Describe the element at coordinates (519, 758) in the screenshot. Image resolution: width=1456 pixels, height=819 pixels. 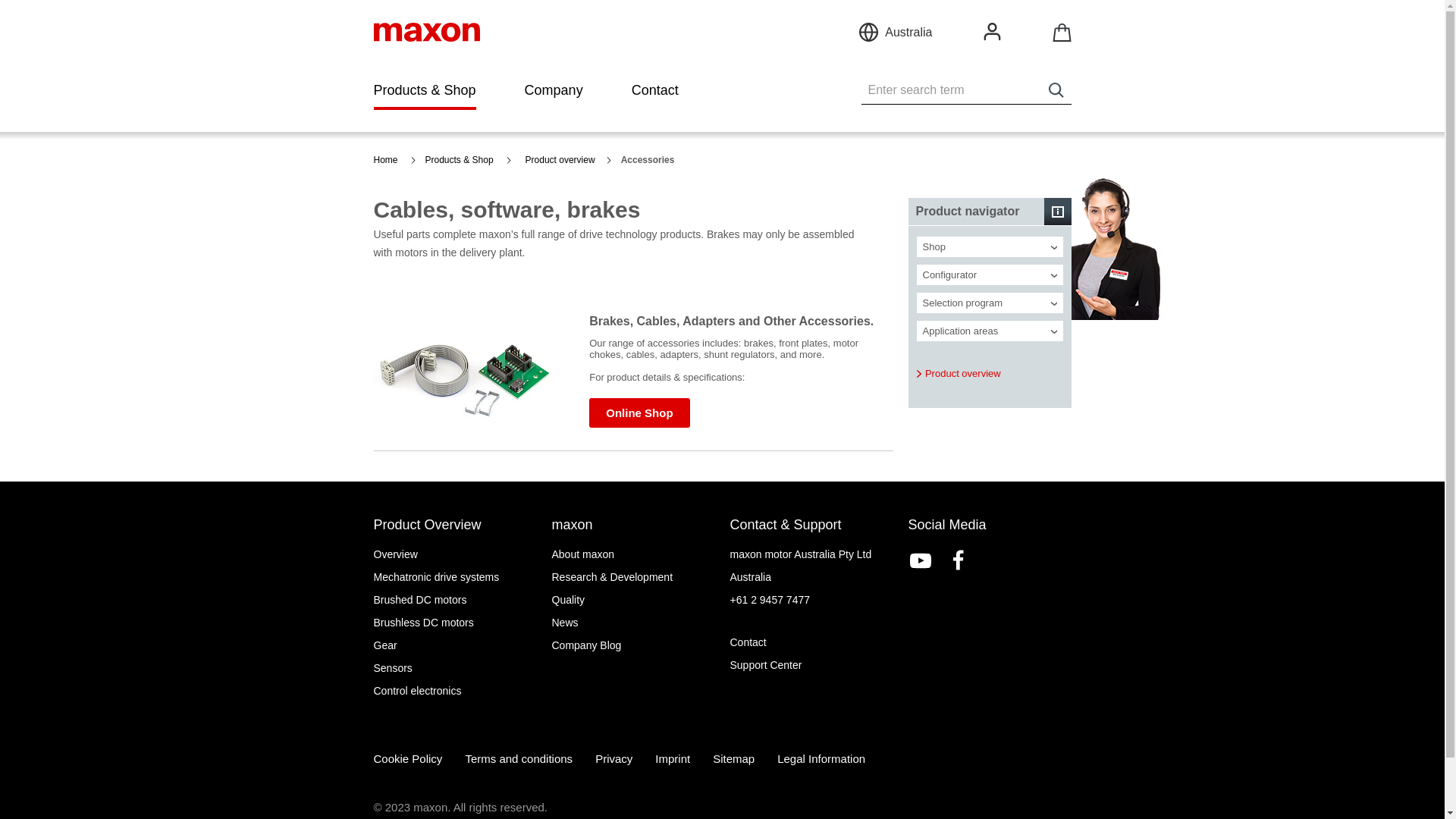
I see `'Terms and conditions'` at that location.